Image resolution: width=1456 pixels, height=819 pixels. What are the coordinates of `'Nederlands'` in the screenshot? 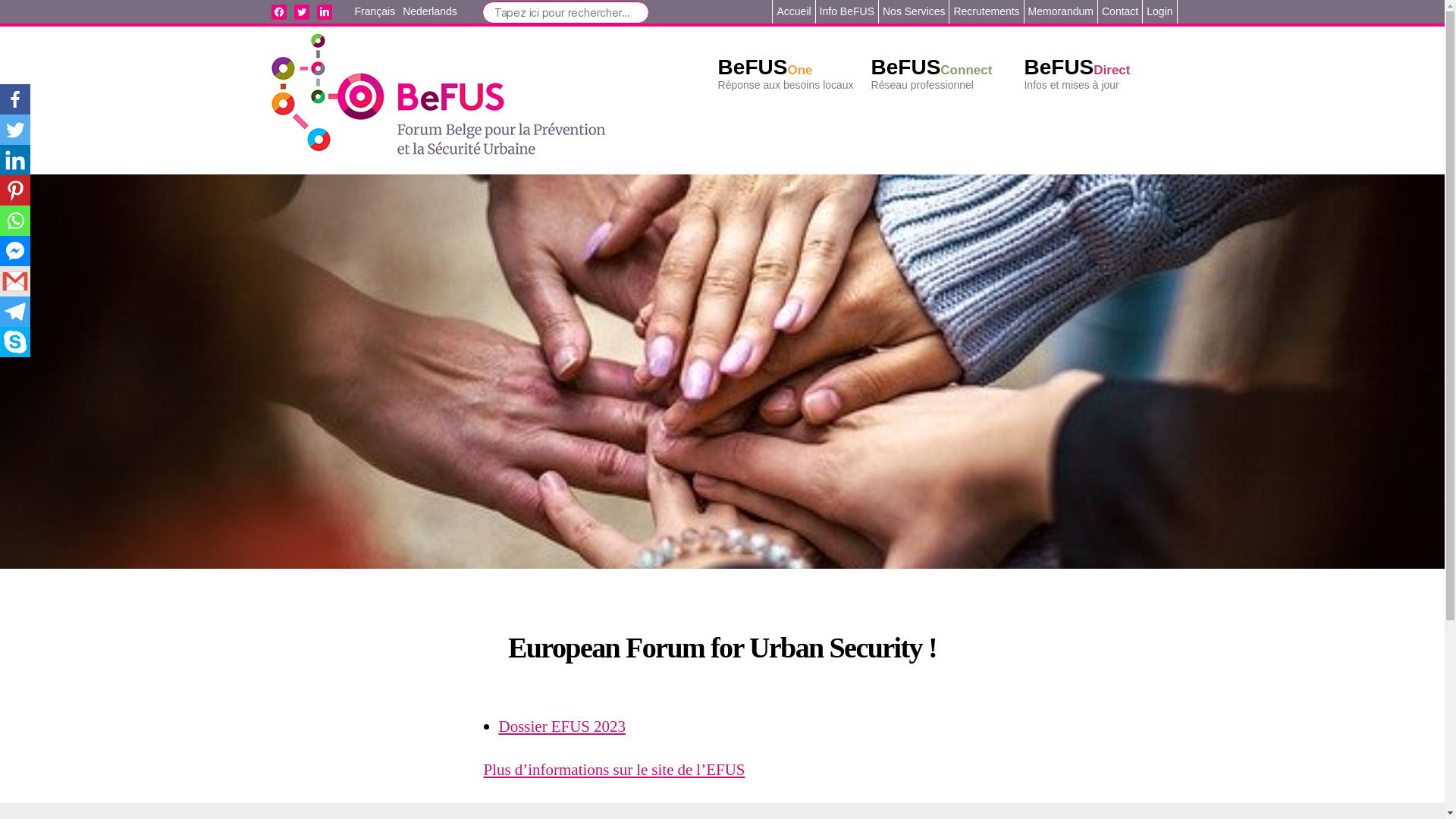 It's located at (428, 11).